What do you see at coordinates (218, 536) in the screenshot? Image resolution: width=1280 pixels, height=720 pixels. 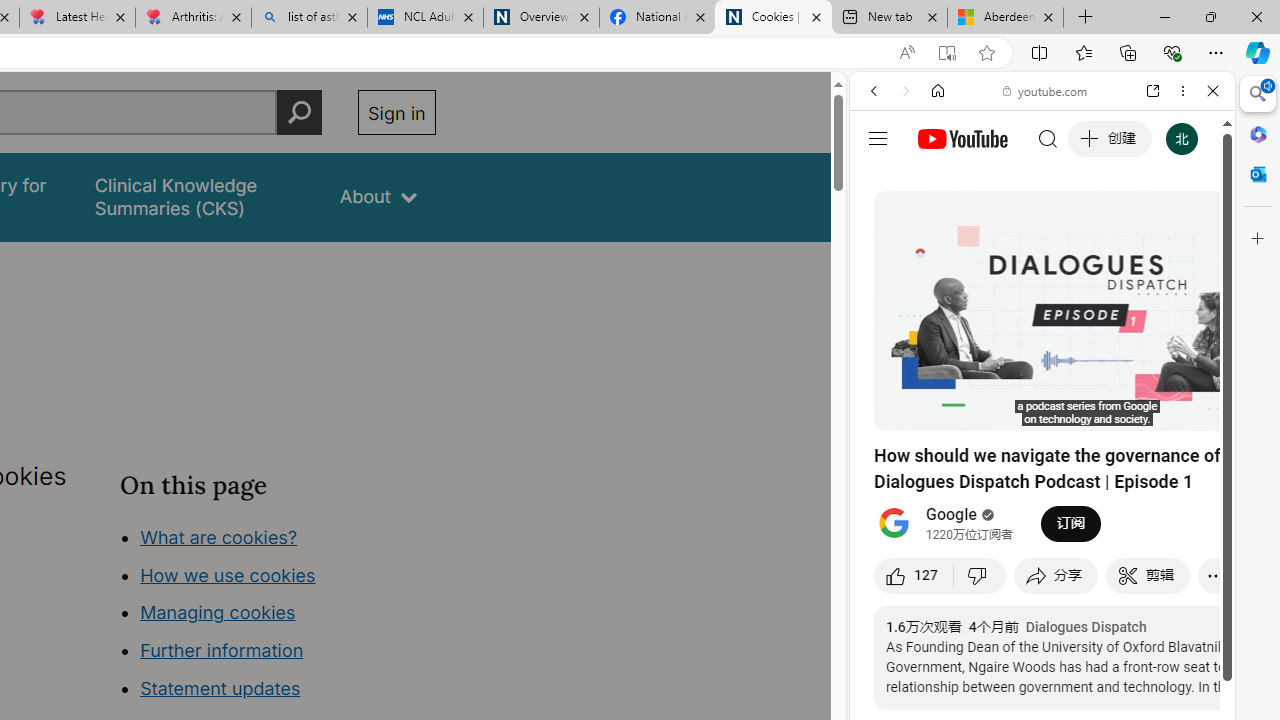 I see `'What are cookies?'` at bounding box center [218, 536].